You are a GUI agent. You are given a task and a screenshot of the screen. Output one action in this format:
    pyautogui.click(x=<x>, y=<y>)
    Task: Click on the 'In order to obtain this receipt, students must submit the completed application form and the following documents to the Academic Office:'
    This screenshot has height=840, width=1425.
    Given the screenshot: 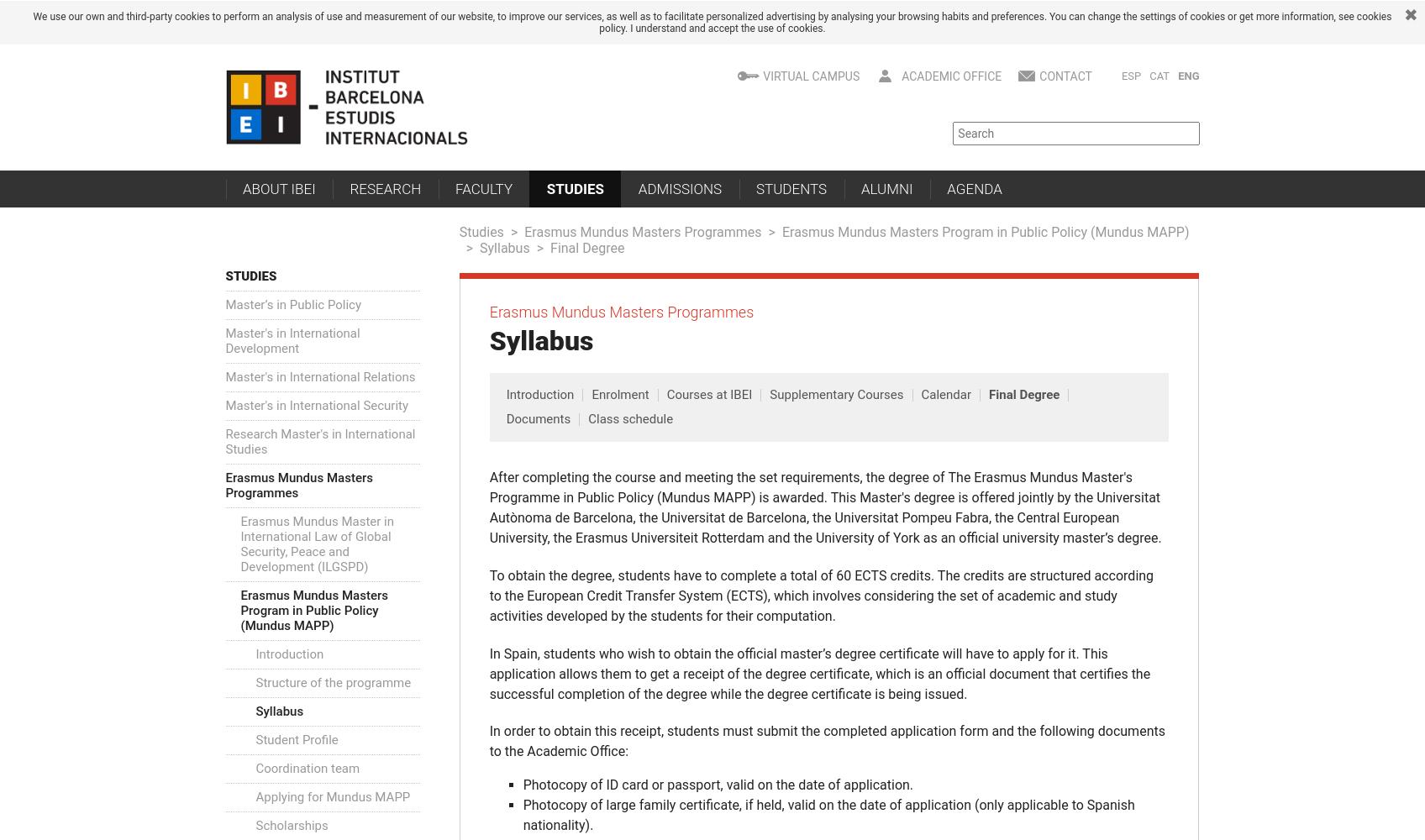 What is the action you would take?
    pyautogui.click(x=489, y=741)
    